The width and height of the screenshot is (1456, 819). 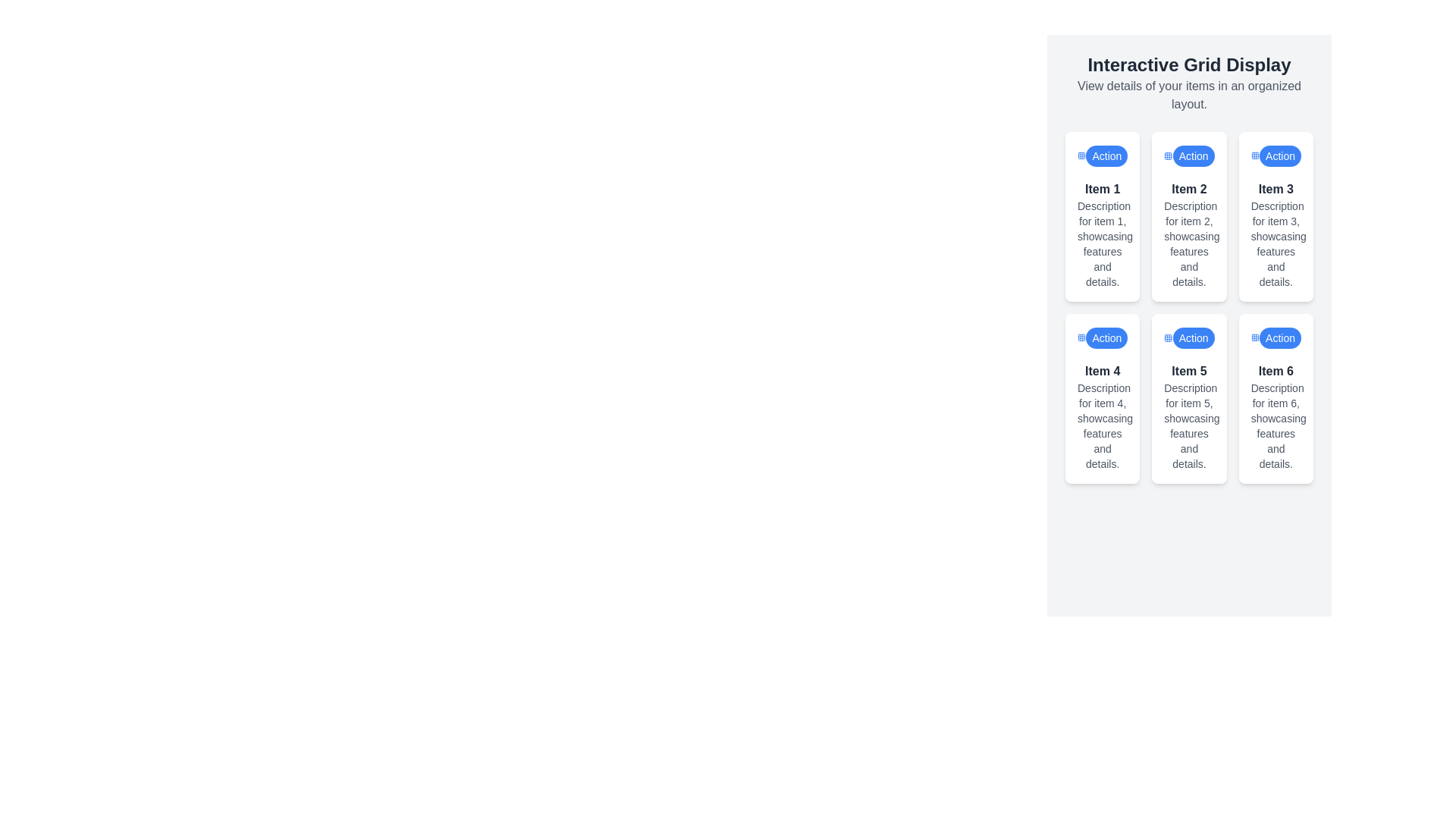 What do you see at coordinates (1188, 96) in the screenshot?
I see `the text label that provides a brief description or instruction related to the 'Interactive Grid Display' feature, which is positioned beneath the main title in the right-aligned panel` at bounding box center [1188, 96].